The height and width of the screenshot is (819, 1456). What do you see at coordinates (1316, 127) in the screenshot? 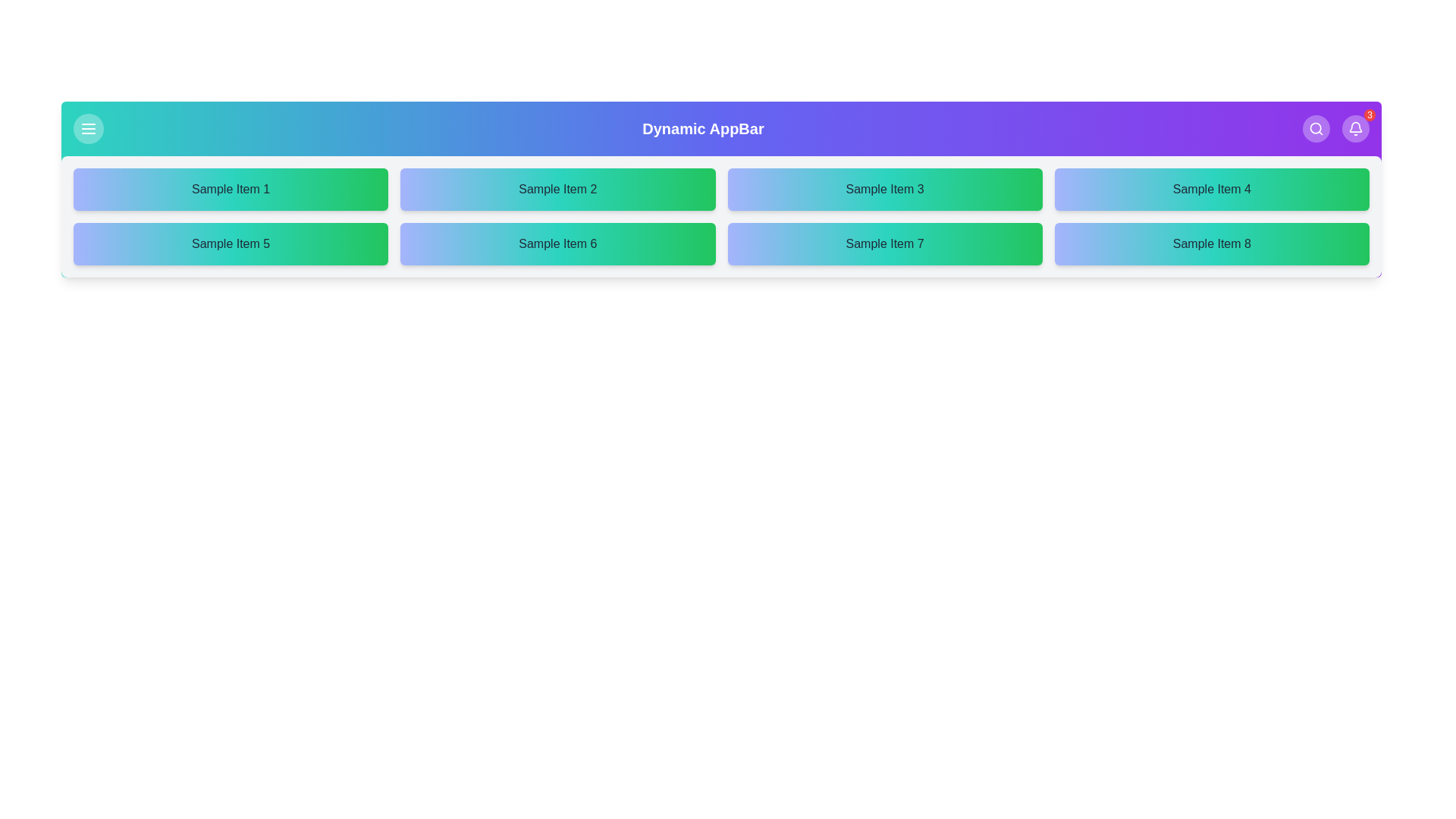
I see `the search button to activate the search functionality` at bounding box center [1316, 127].